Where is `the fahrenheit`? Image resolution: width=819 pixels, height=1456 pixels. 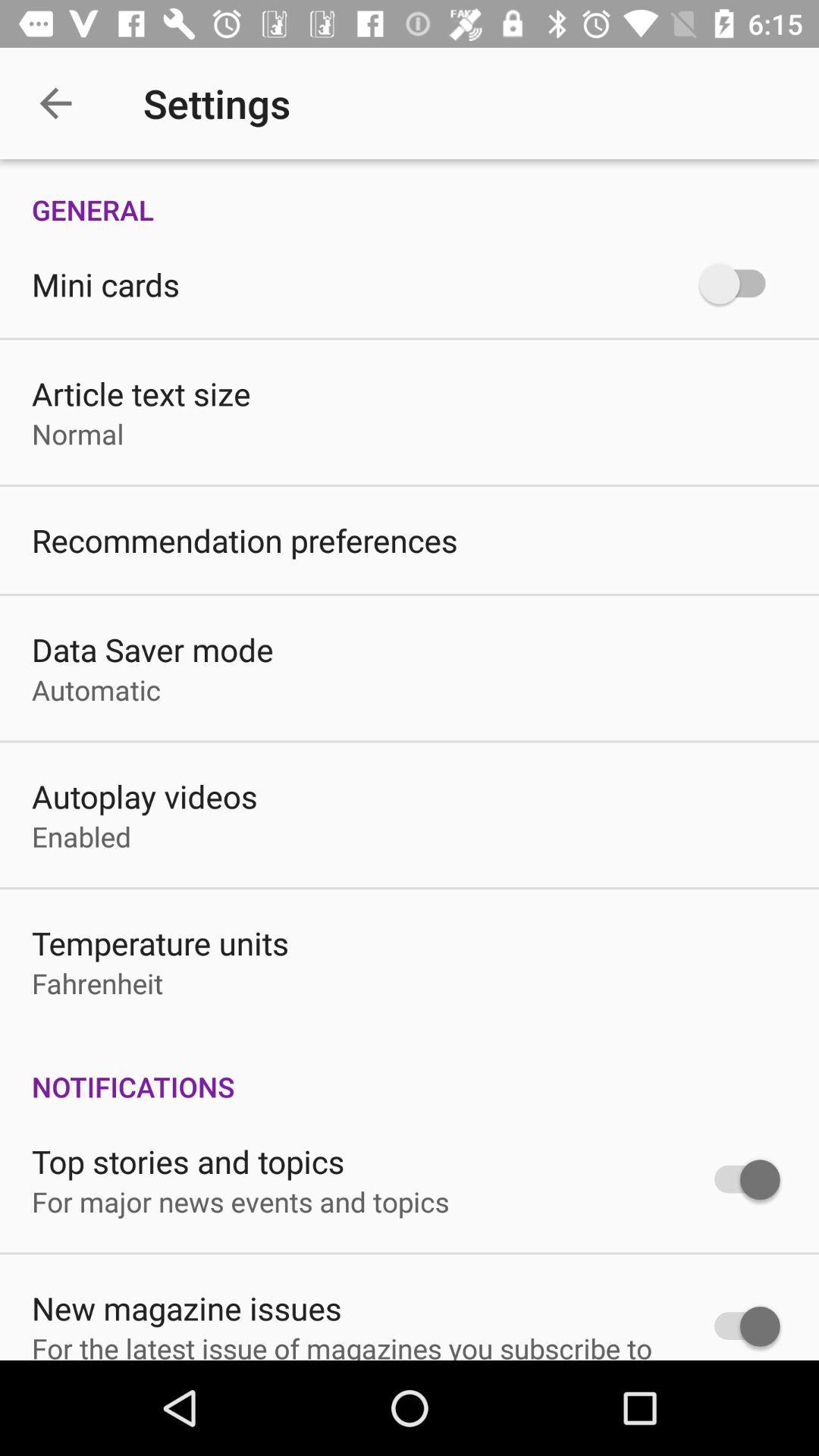 the fahrenheit is located at coordinates (97, 983).